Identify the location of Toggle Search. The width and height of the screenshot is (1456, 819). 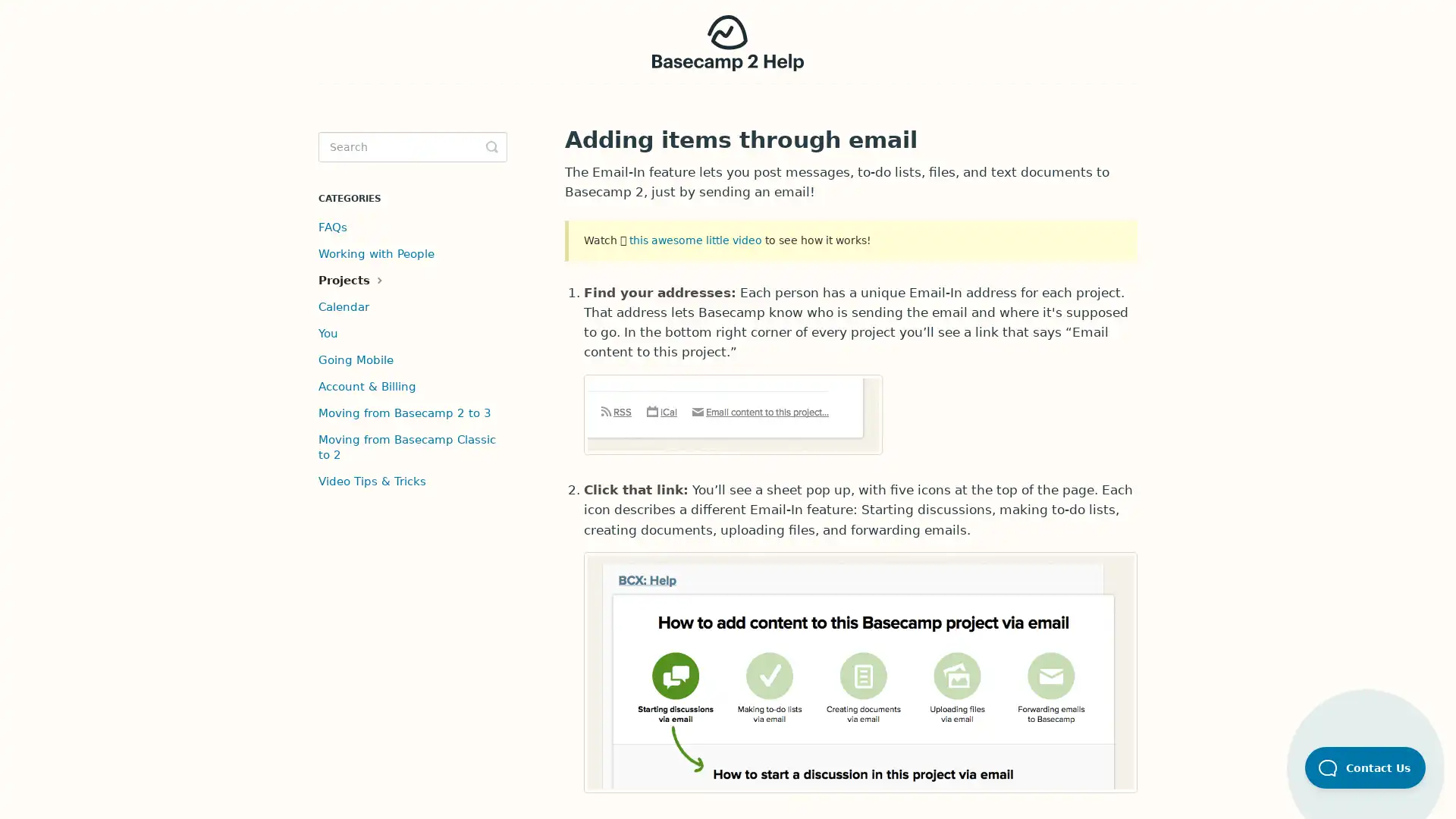
(491, 146).